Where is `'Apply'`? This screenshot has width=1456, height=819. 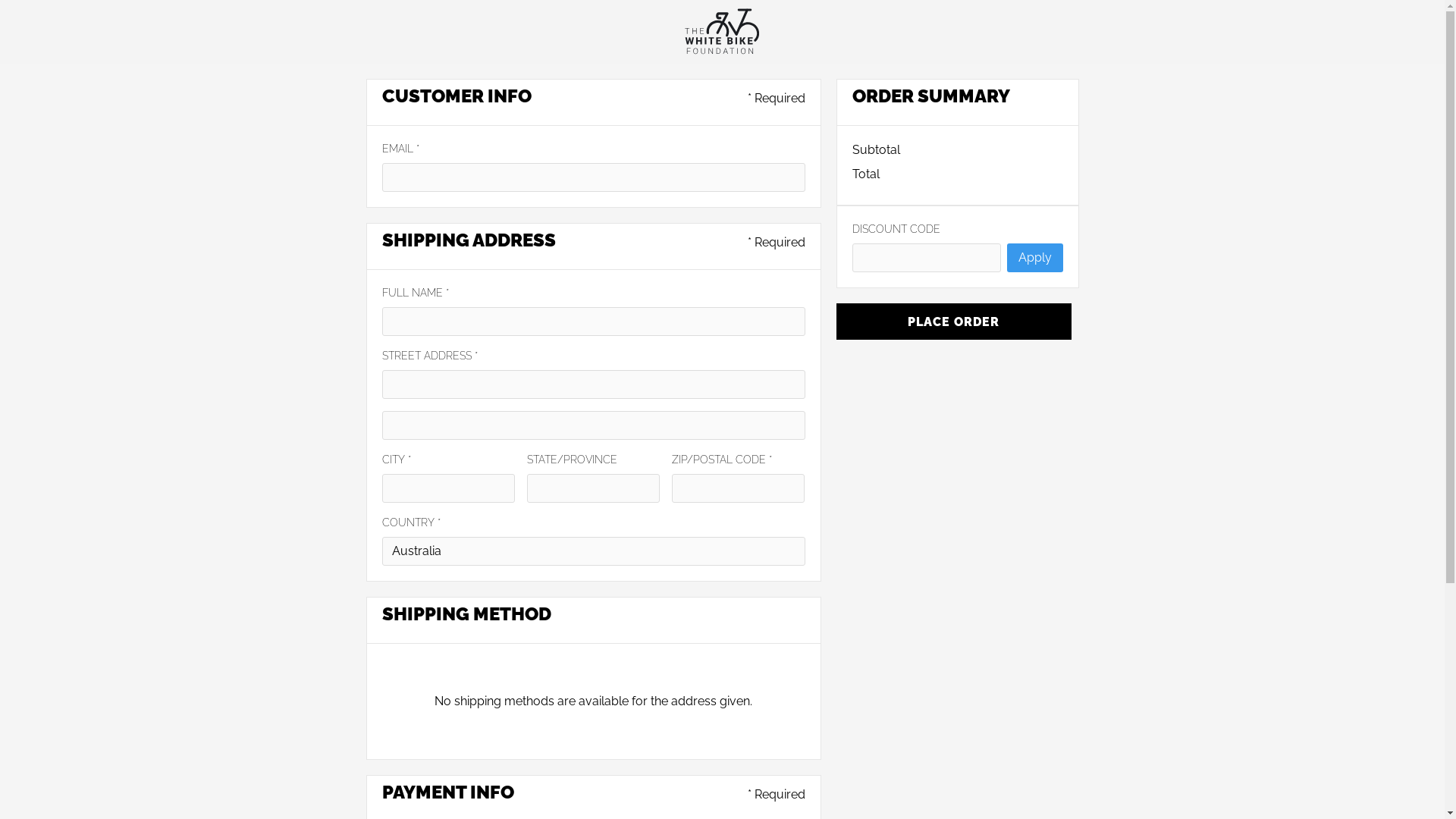 'Apply' is located at coordinates (1034, 256).